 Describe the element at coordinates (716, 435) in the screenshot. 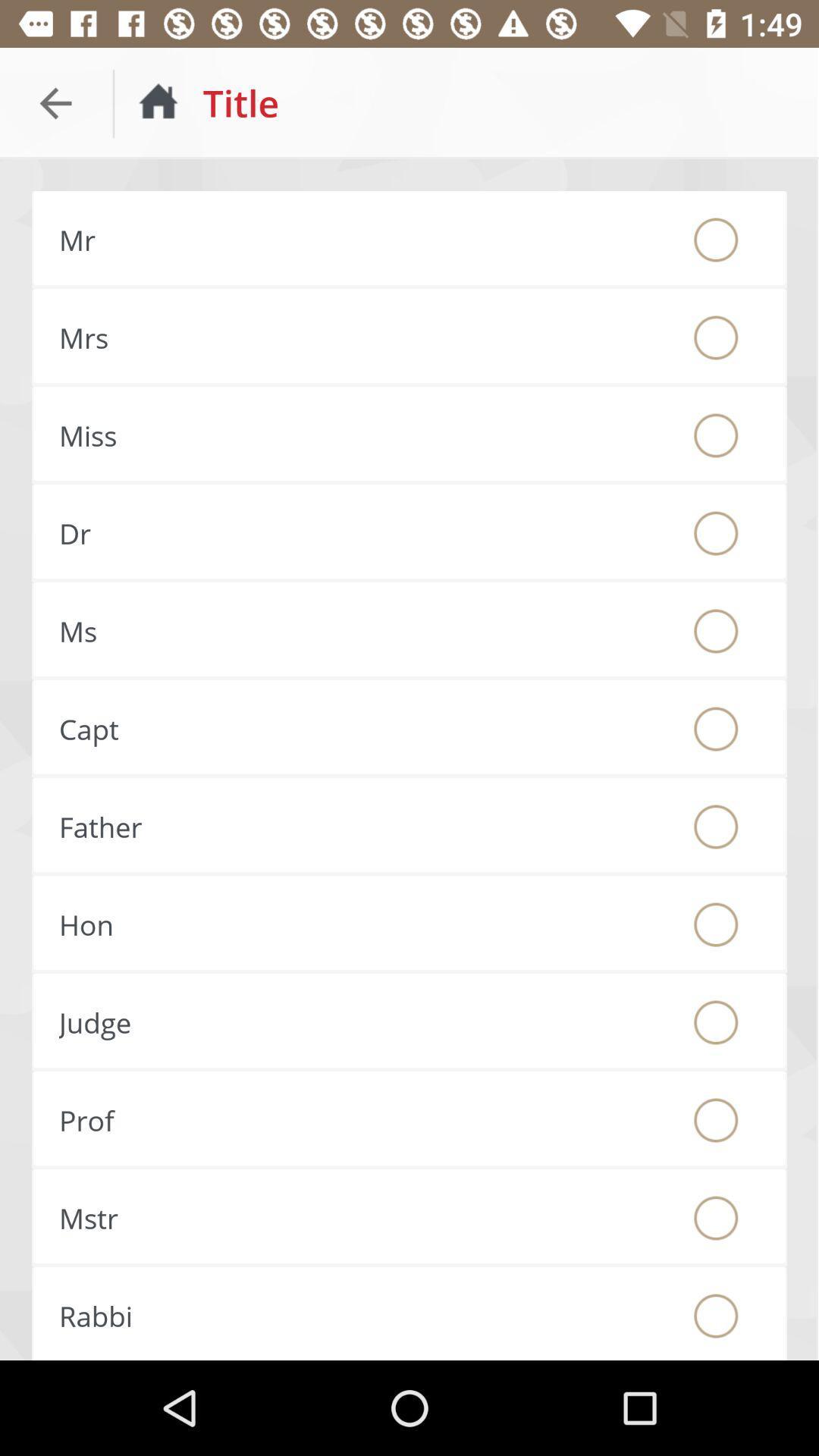

I see `fill identifier bubble` at that location.